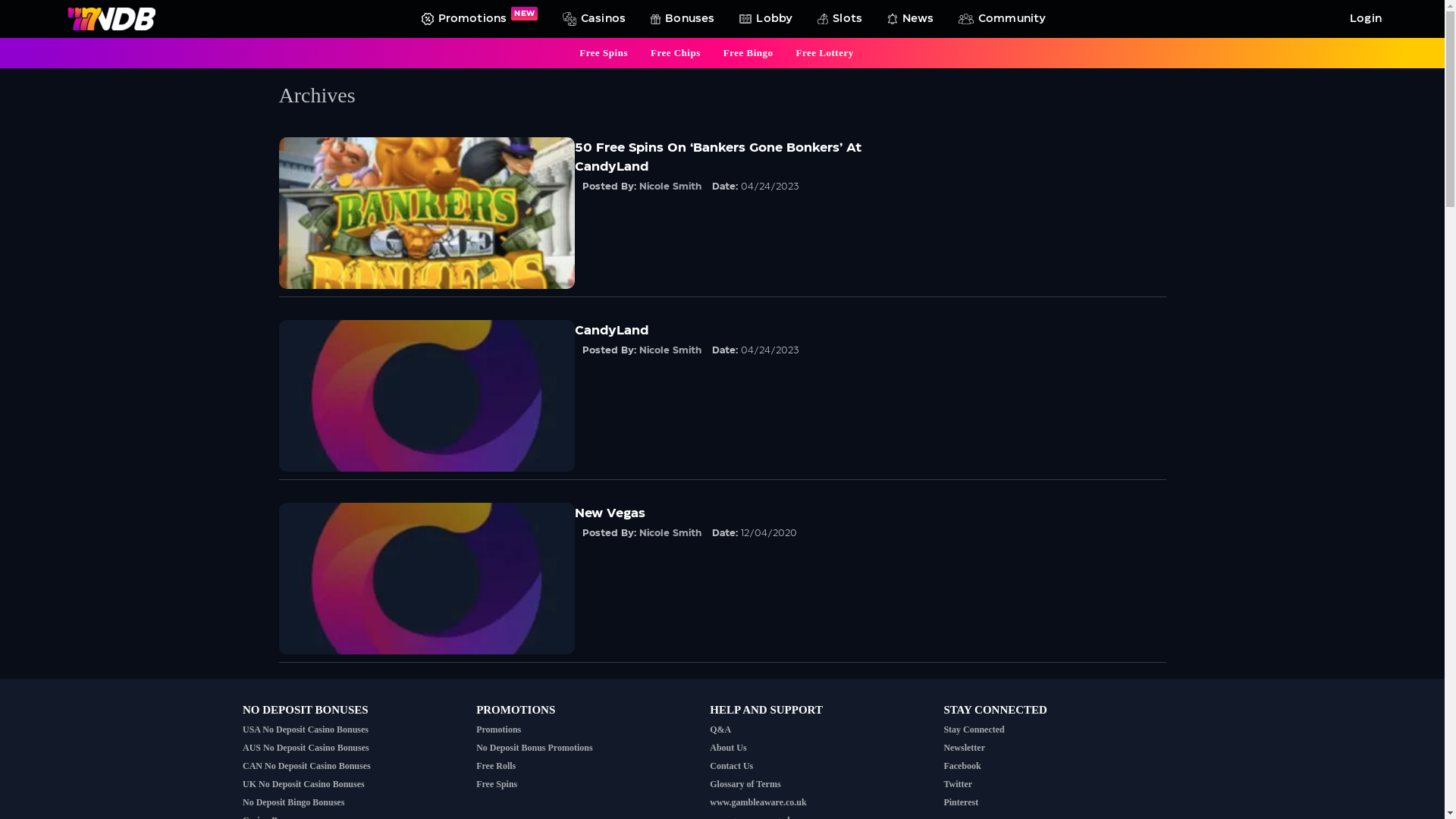 Image resolution: width=1456 pixels, height=819 pixels. I want to click on 'www.gambleaware.co.uk', so click(758, 801).